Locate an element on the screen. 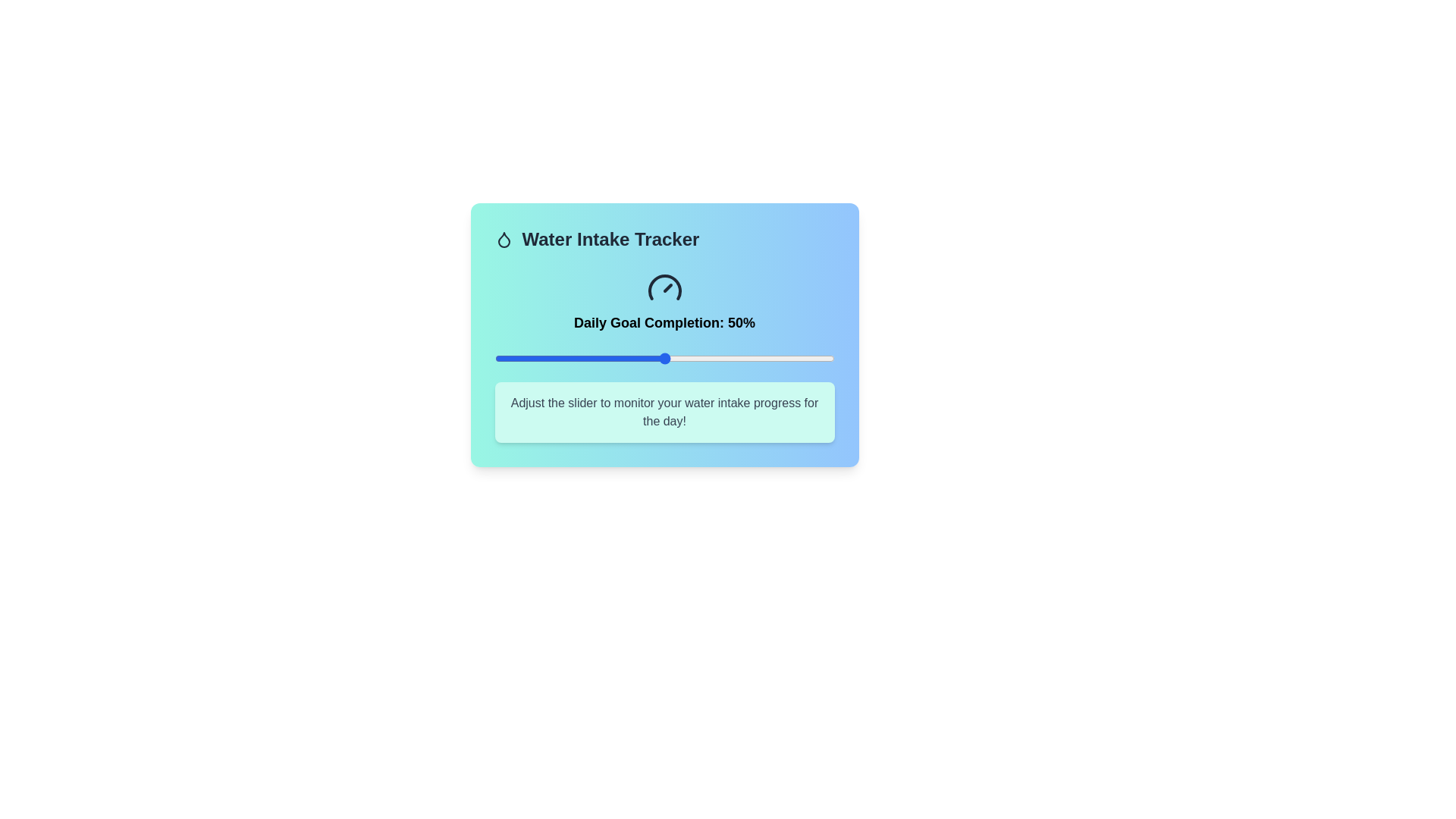 This screenshot has width=1456, height=819. the slider to set the goal completion percentage to 27 is located at coordinates (585, 359).